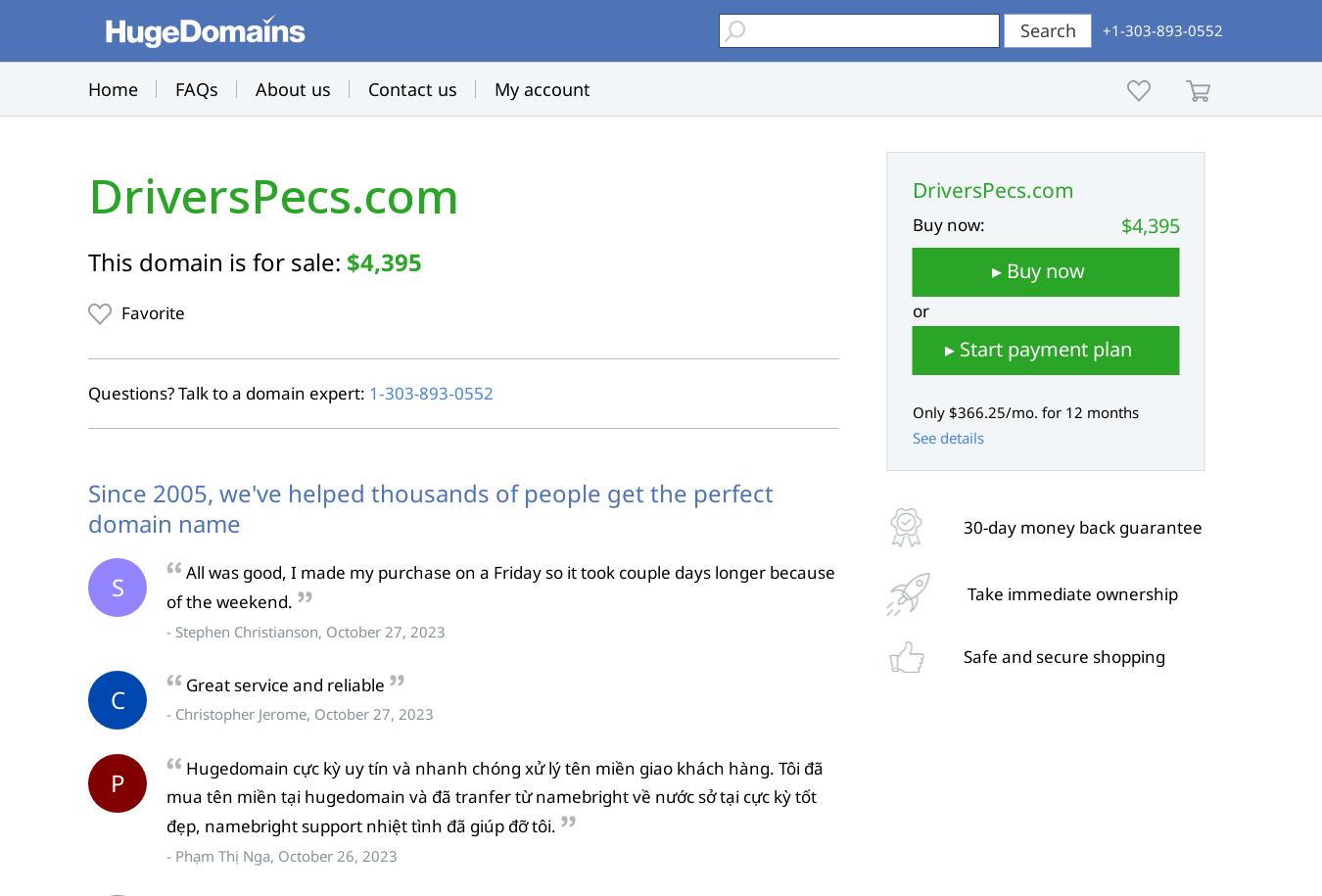  What do you see at coordinates (292, 88) in the screenshot?
I see `'About us'` at bounding box center [292, 88].